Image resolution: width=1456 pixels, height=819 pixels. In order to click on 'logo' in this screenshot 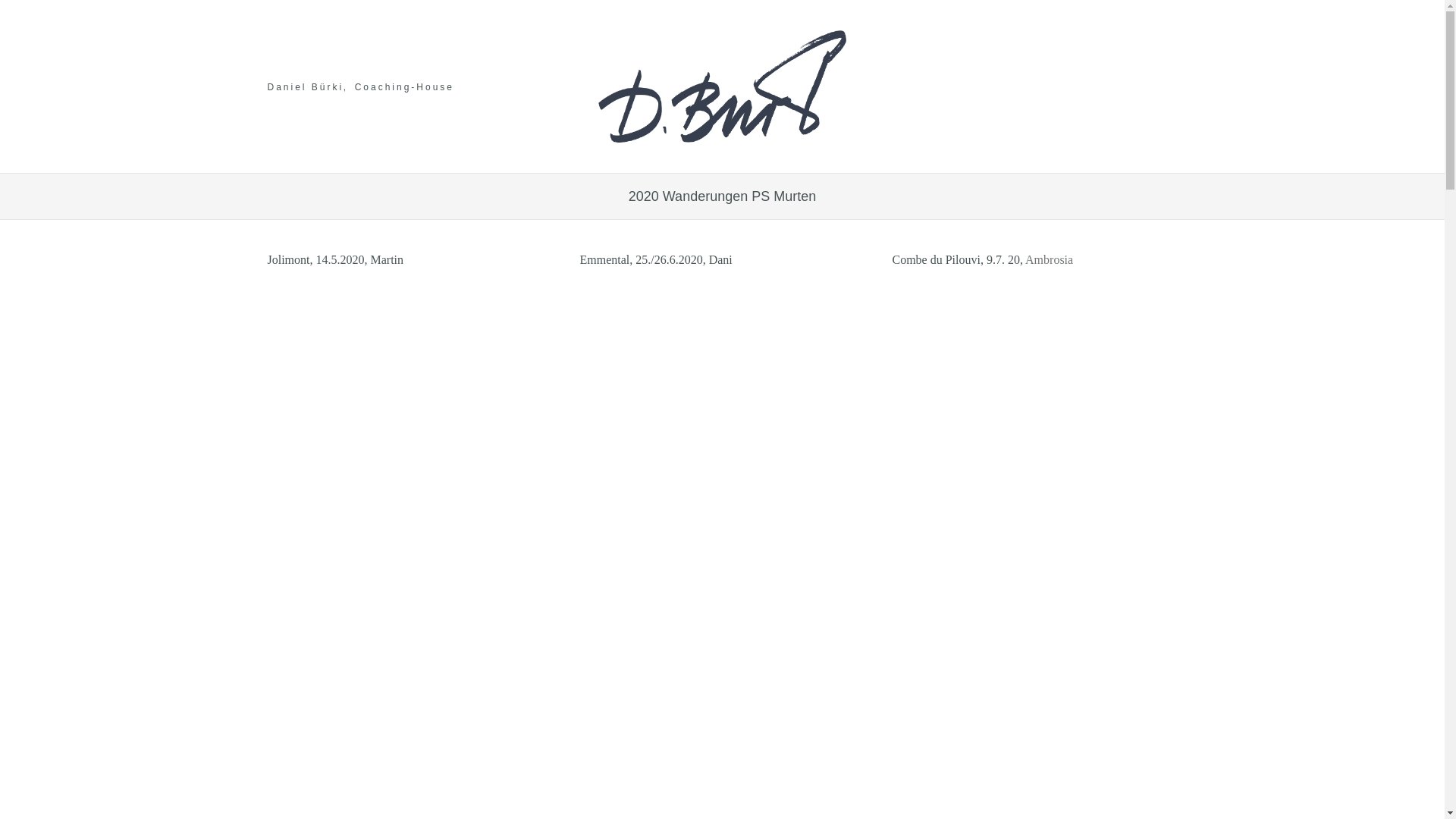, I will do `click(721, 86)`.